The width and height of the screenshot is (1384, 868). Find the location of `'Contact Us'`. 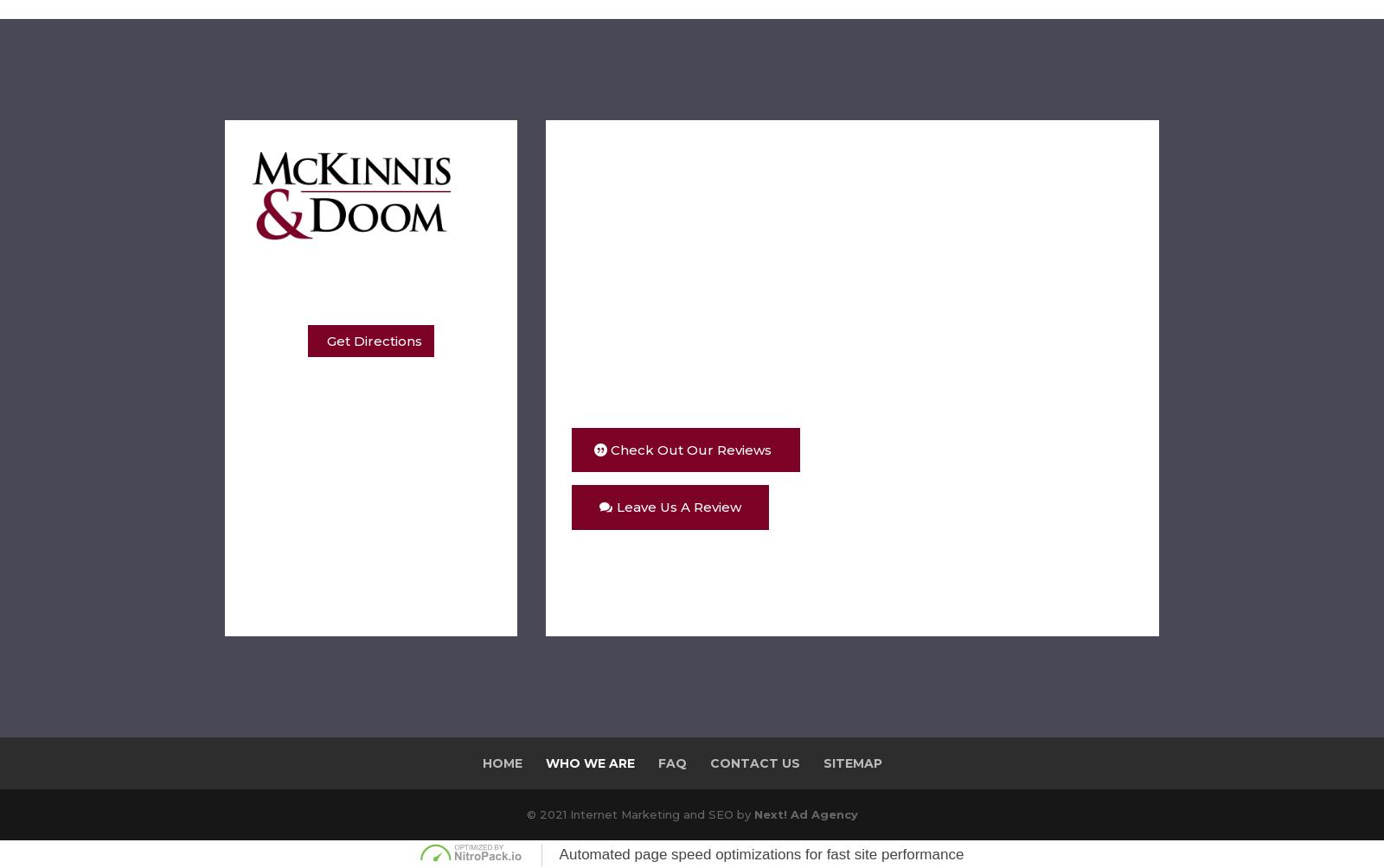

'Contact Us' is located at coordinates (753, 763).